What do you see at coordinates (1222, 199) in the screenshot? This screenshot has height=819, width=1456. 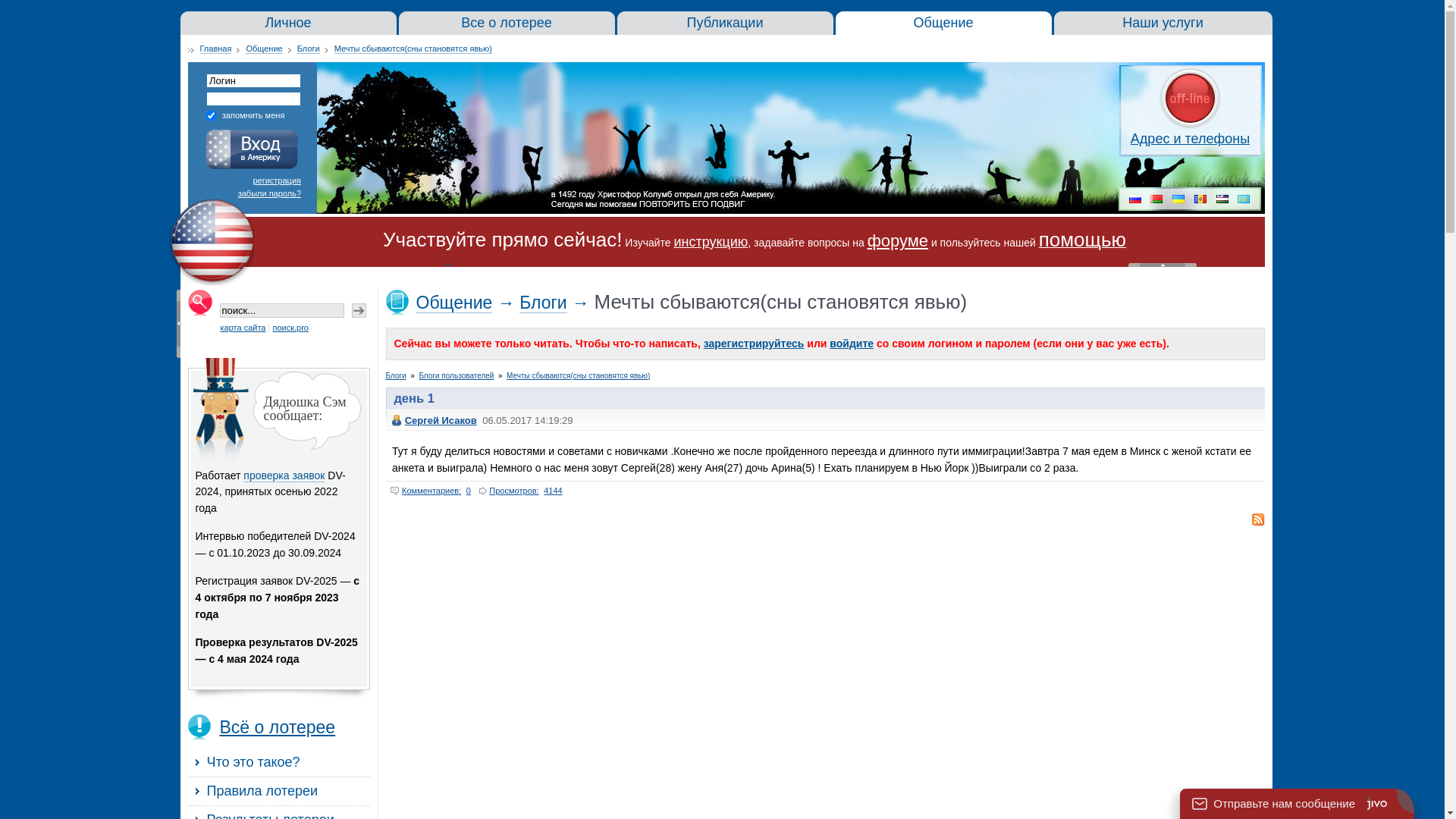 I see `'uz'` at bounding box center [1222, 199].